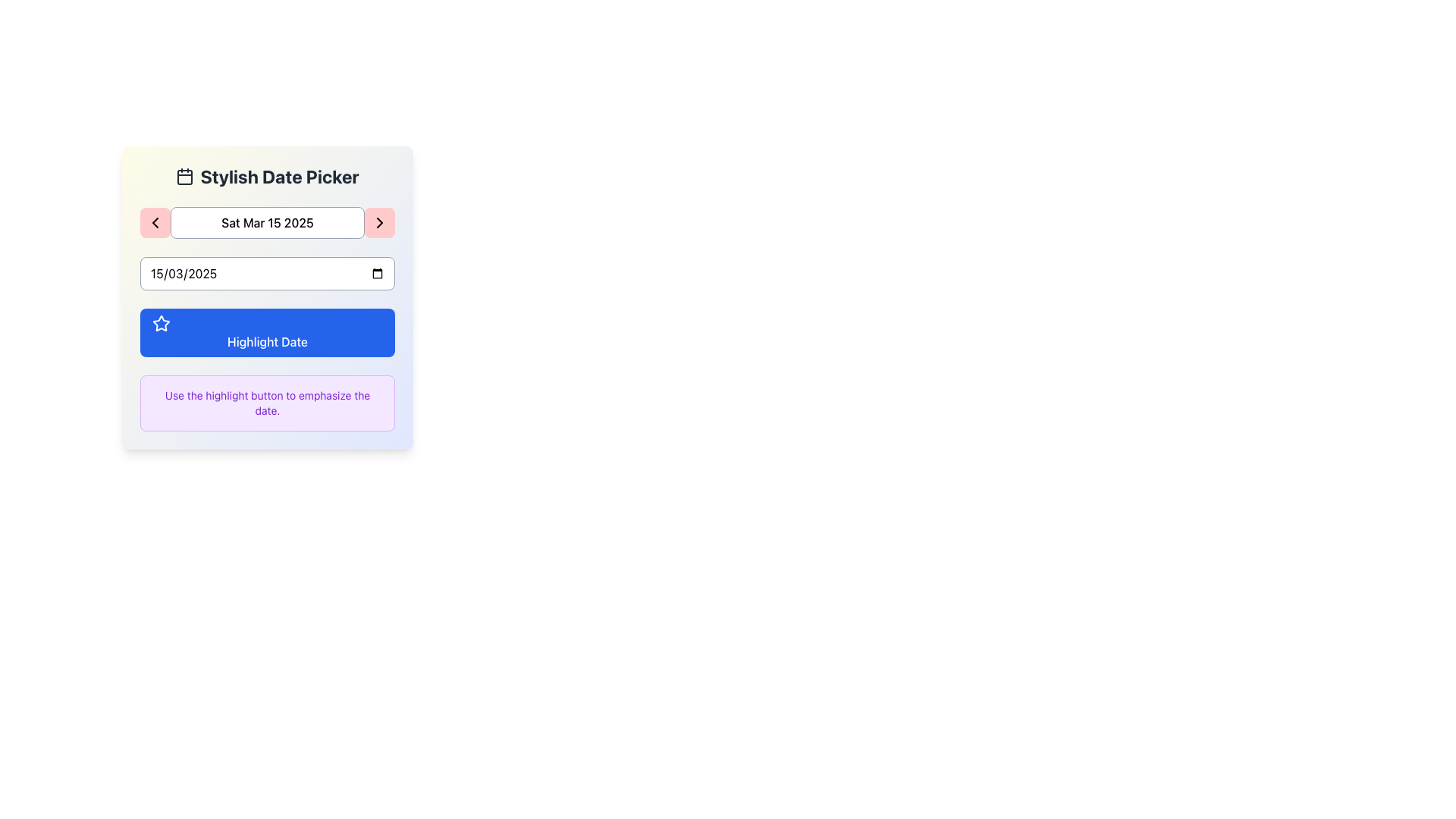 This screenshot has height=819, width=1456. I want to click on the calendar SVG icon, which is located to the left of the 'Stylish Date Picker' title, so click(184, 175).